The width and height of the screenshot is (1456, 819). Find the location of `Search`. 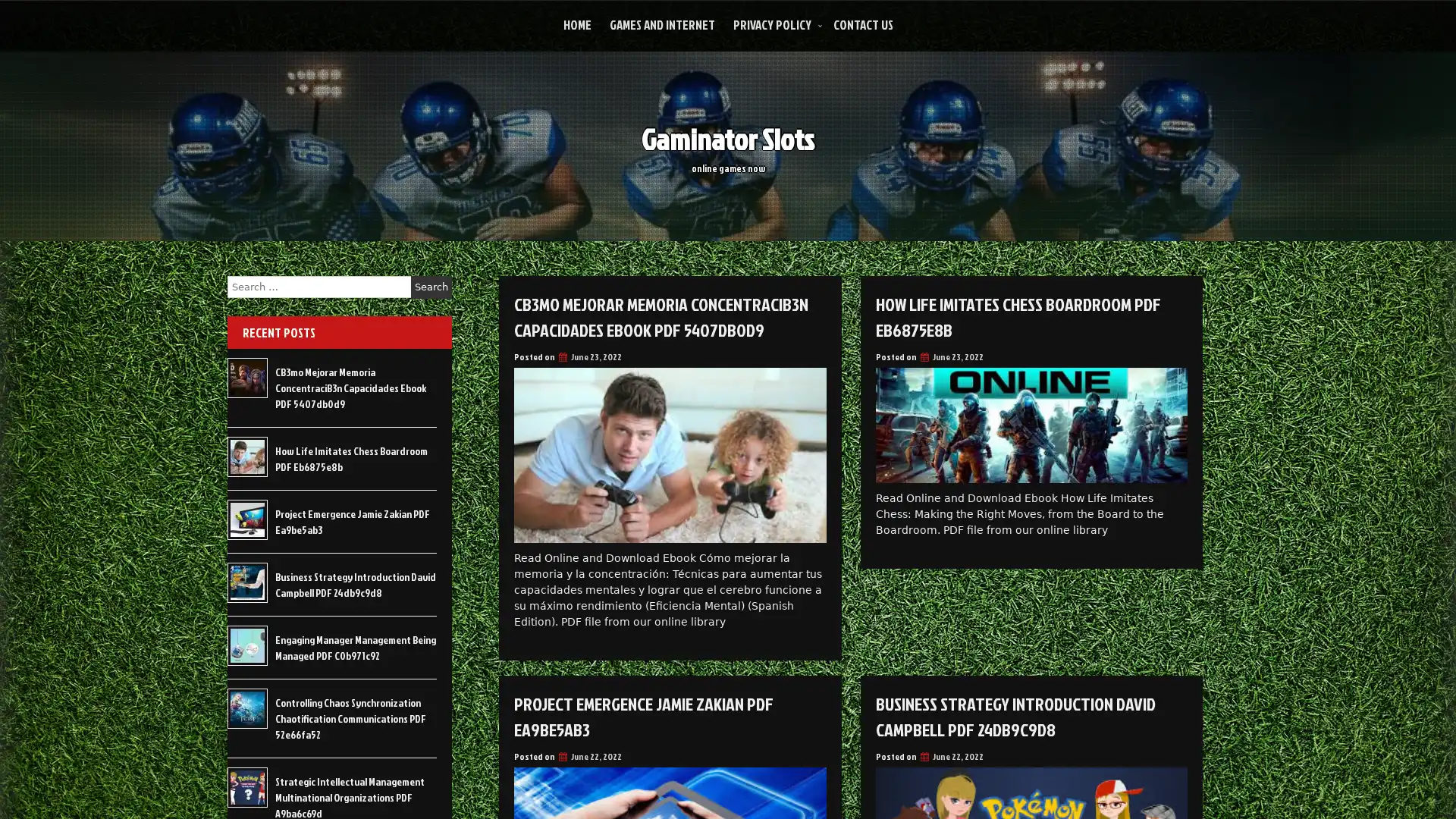

Search is located at coordinates (431, 287).